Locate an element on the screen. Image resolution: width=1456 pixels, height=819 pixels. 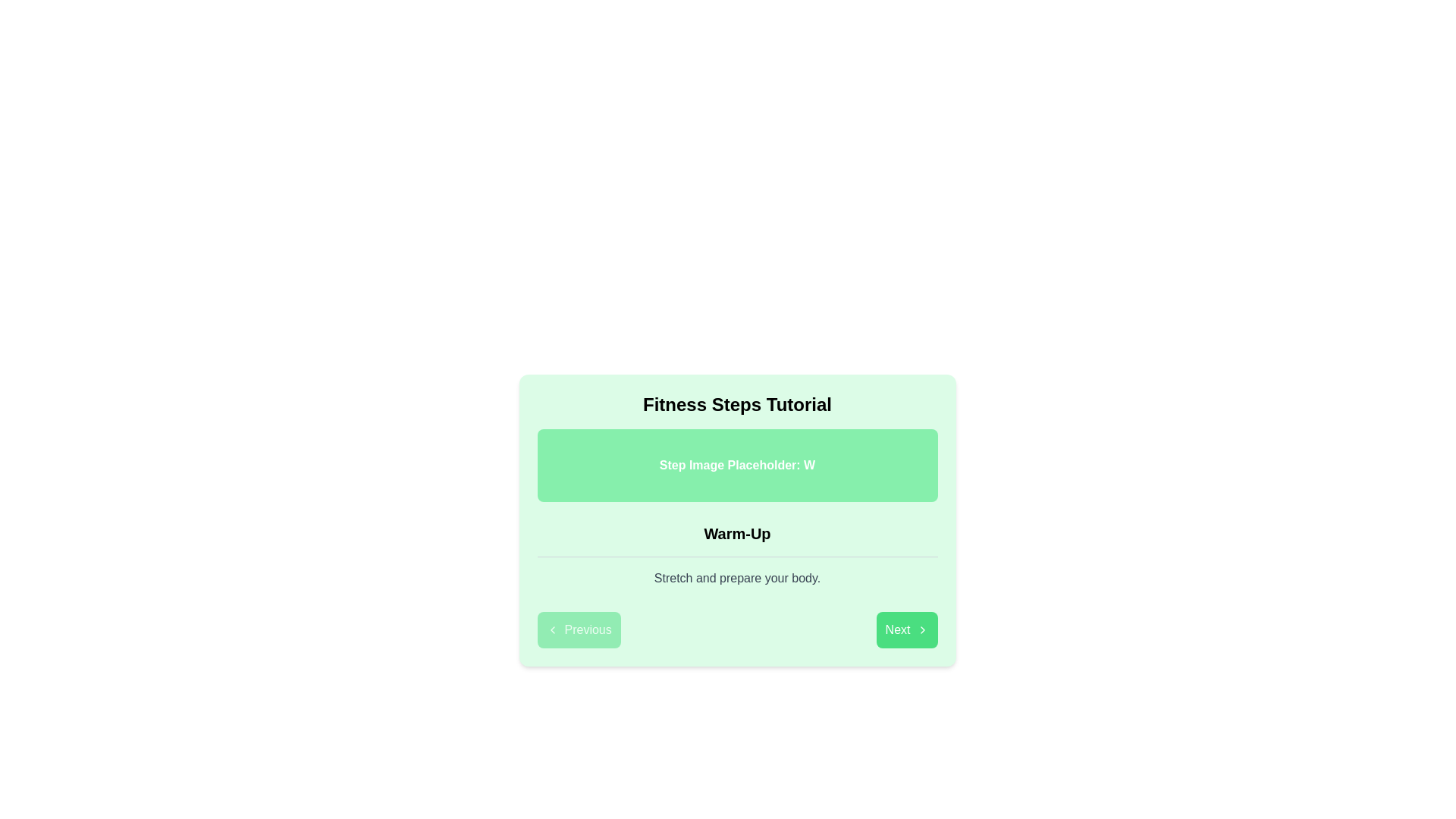
the 'Previous' and 'Next' buttons in the navigation control located at the bottom of the card layout is located at coordinates (737, 629).